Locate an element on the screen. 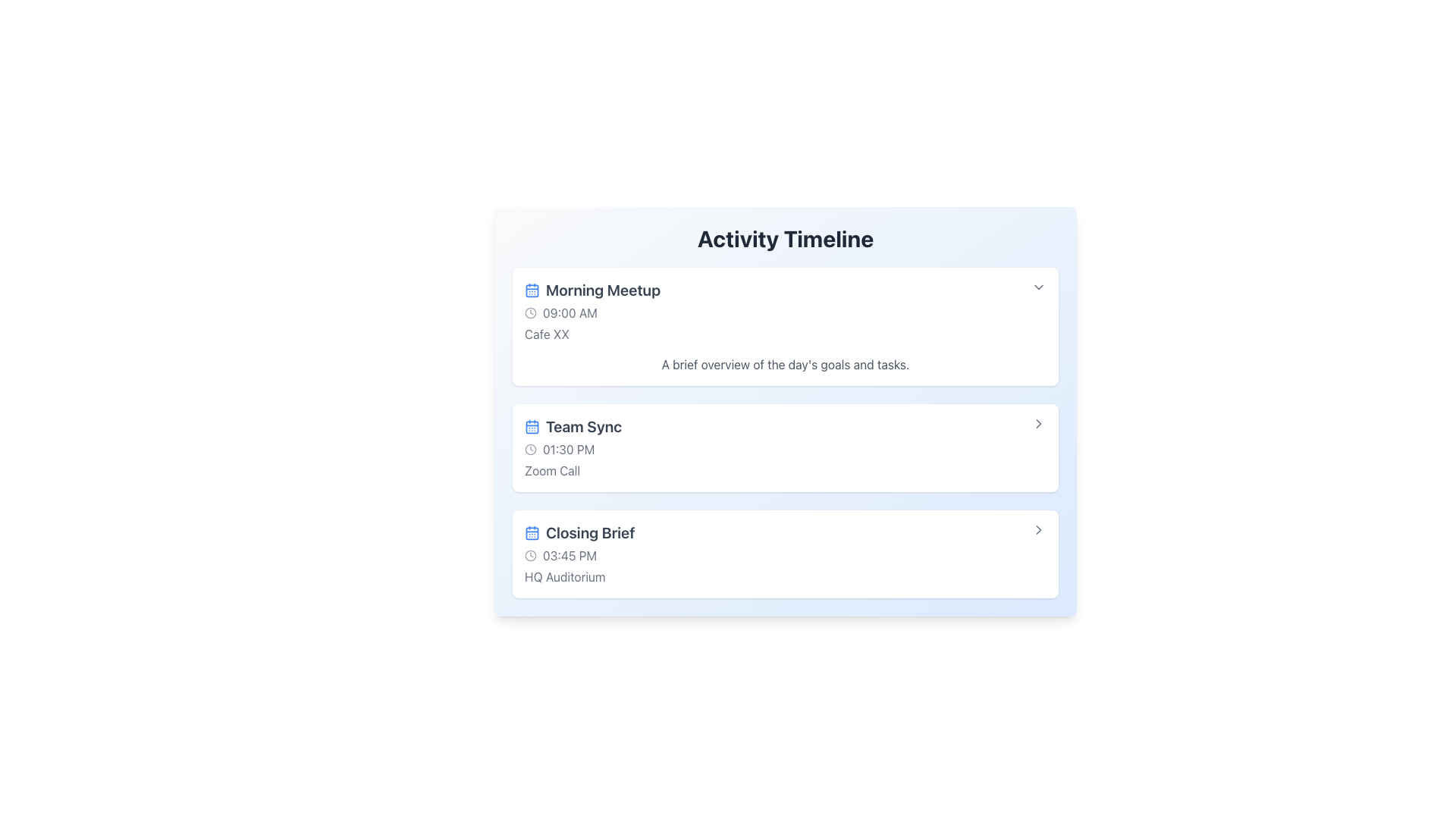  the time indicator text for the 'Closing Brief' event located in the third section of the 'Activity Timeline' interface, positioned between the section header and the location indicator is located at coordinates (579, 555).